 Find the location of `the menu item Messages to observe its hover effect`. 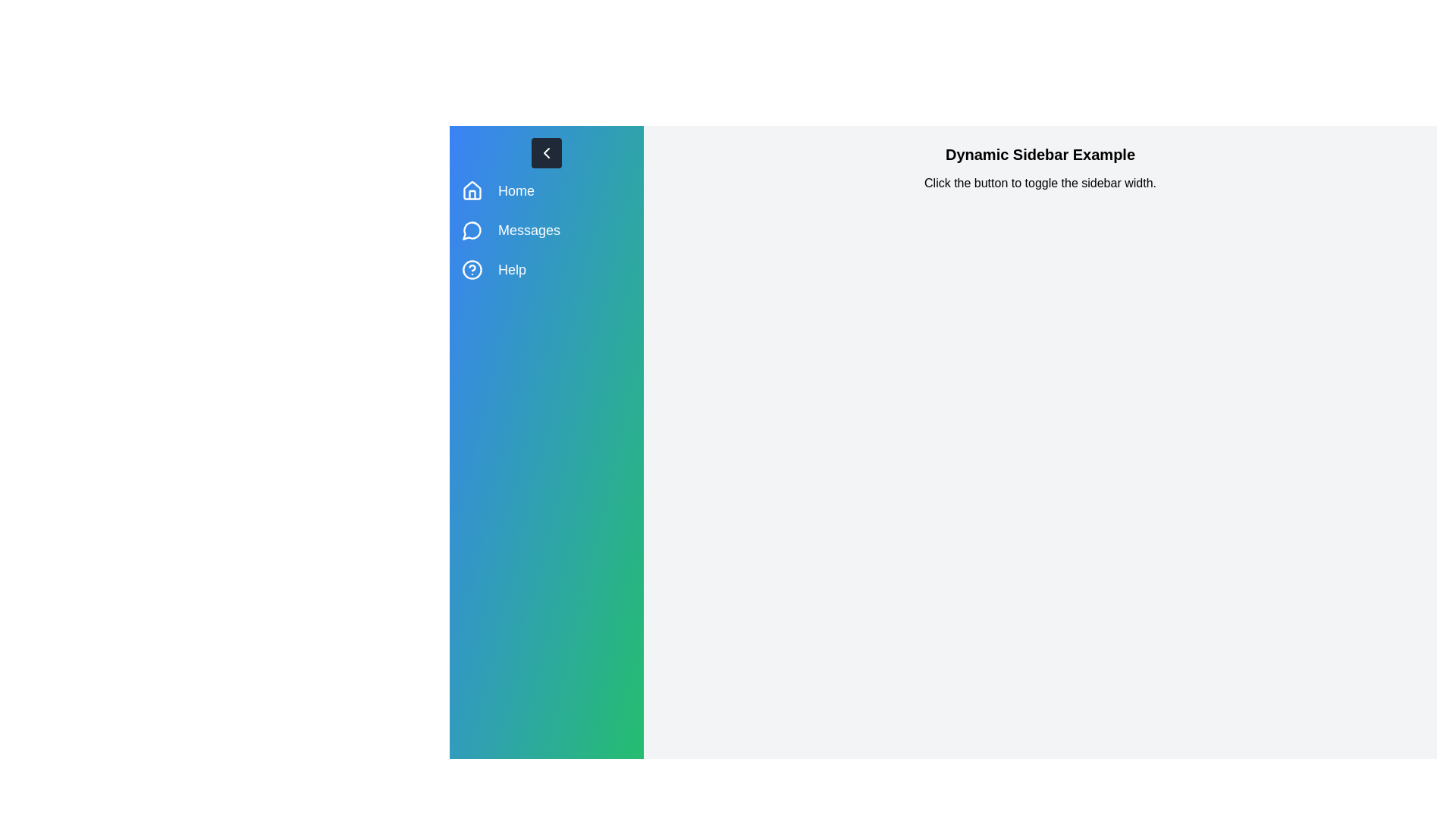

the menu item Messages to observe its hover effect is located at coordinates (546, 231).